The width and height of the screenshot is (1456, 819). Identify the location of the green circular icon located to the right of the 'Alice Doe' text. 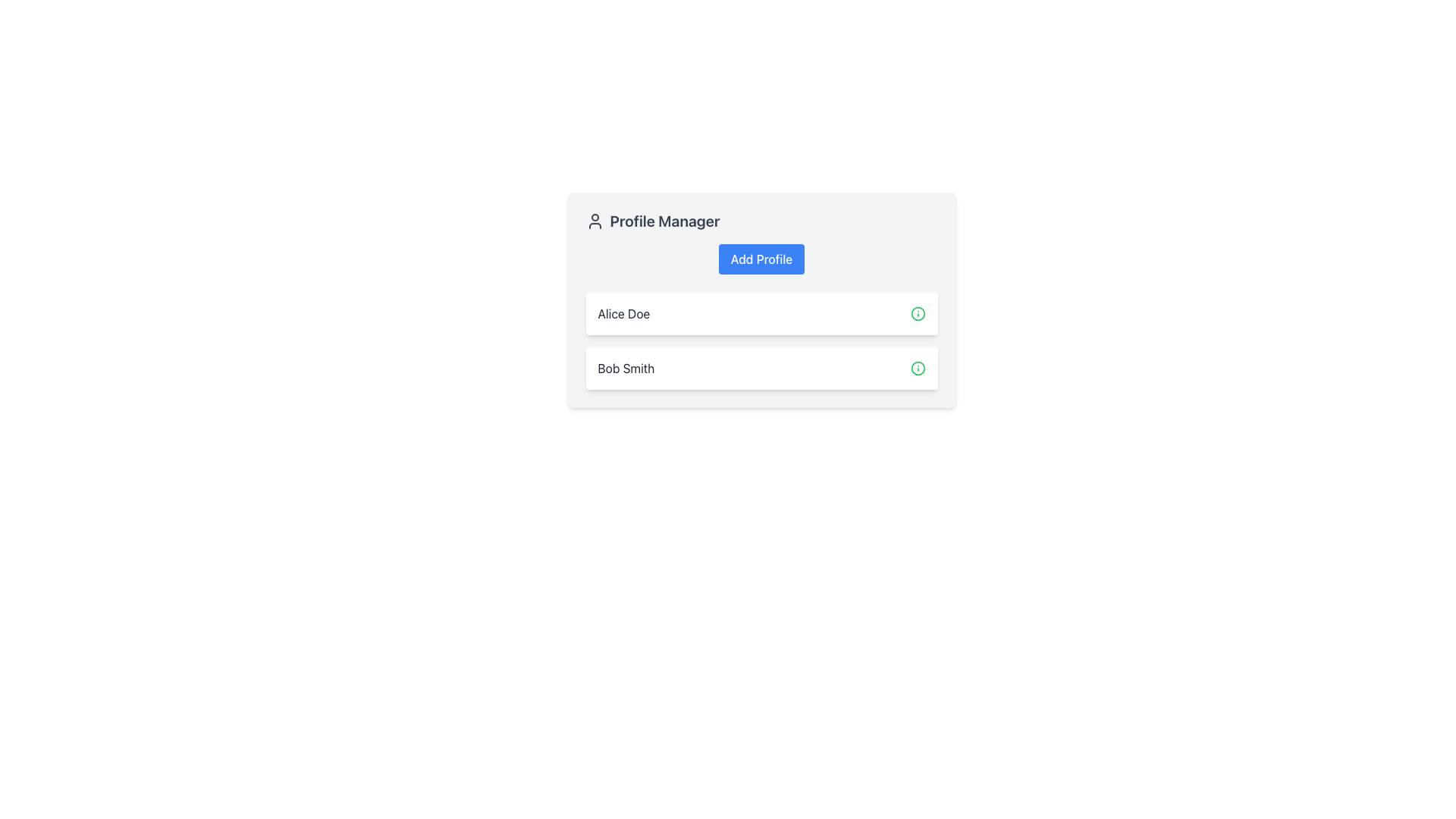
(917, 312).